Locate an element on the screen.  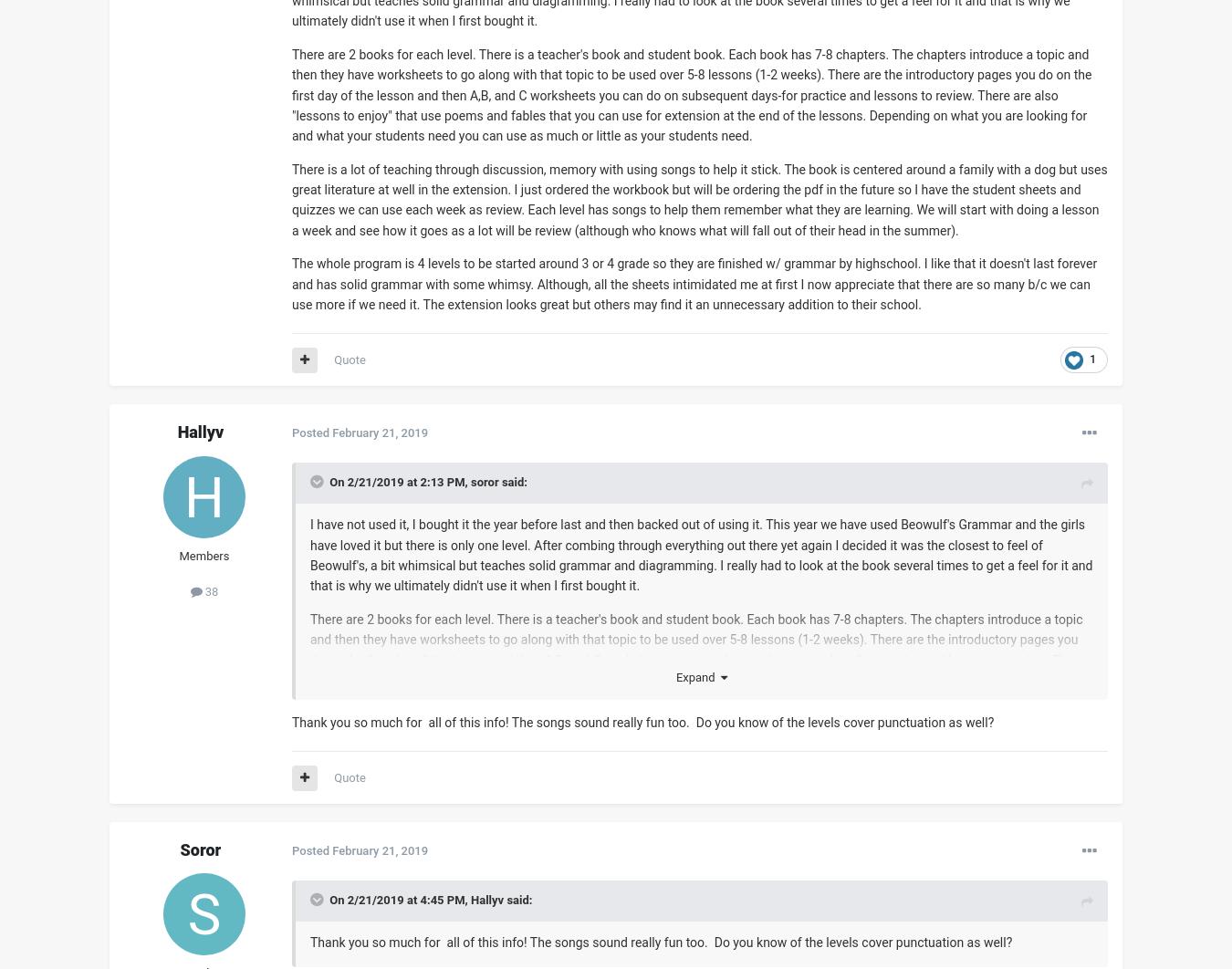
'On 2/21/2019 at 2:13 PM,' is located at coordinates (400, 481).